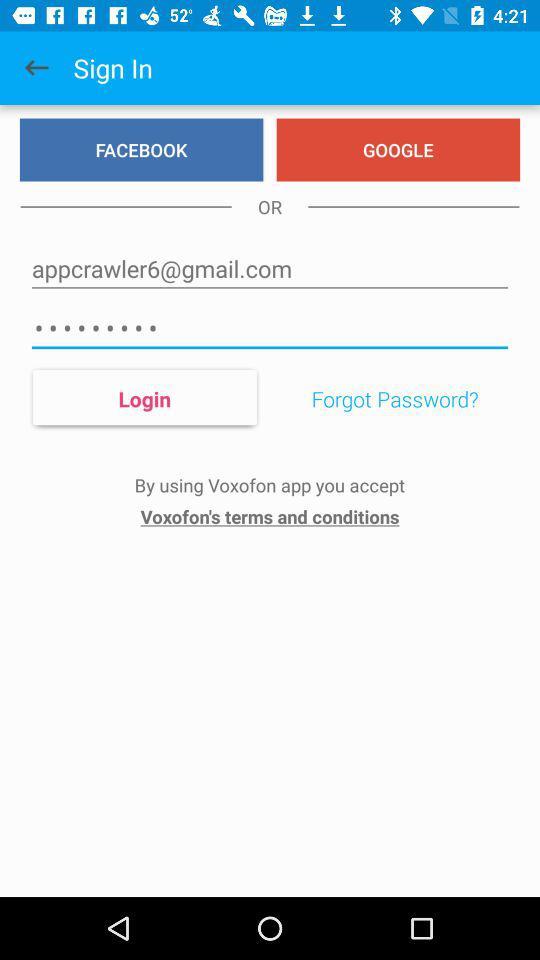  Describe the element at coordinates (395, 398) in the screenshot. I see `the icon to the right of login item` at that location.